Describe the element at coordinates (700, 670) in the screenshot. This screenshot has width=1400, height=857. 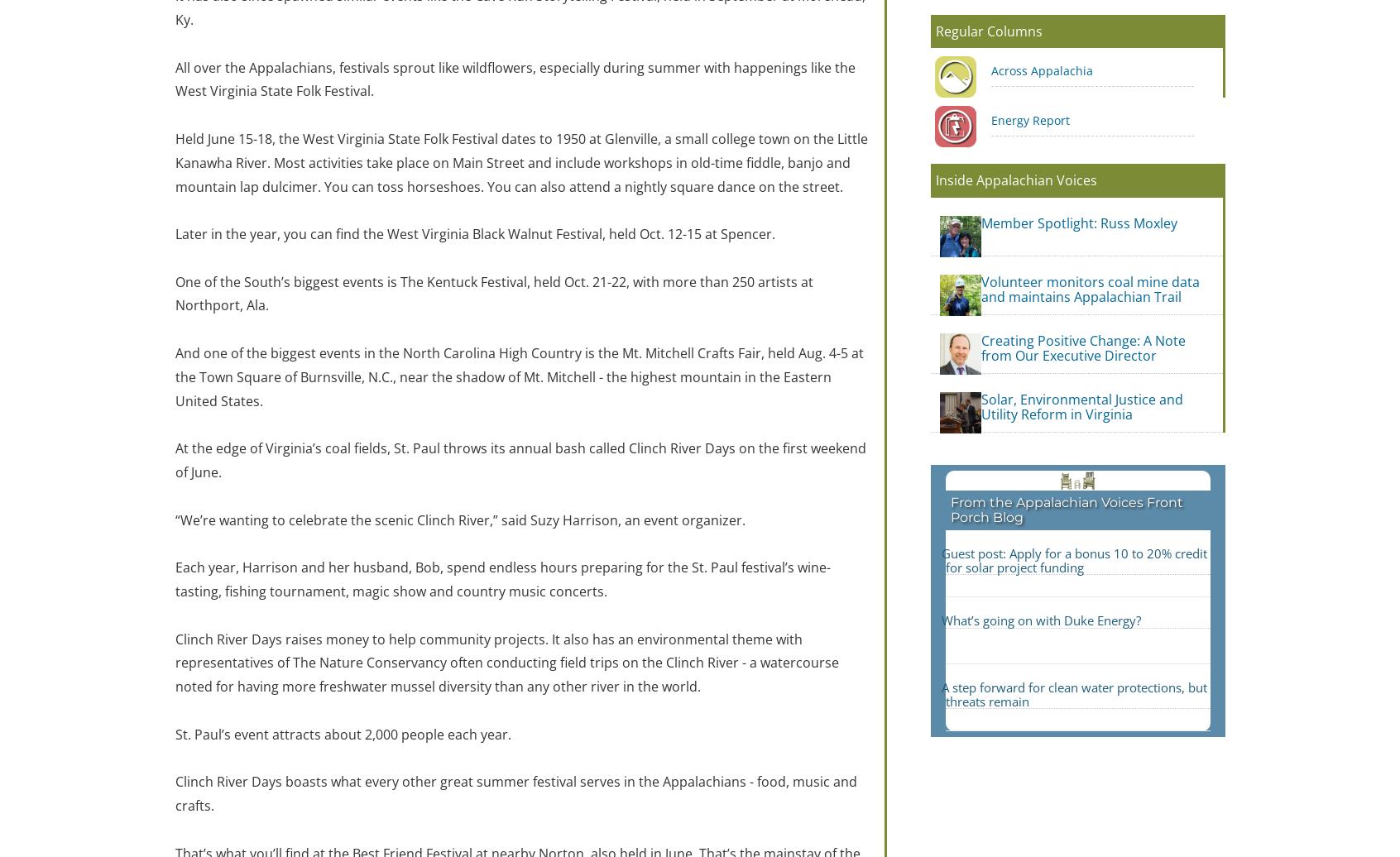
I see `'© 2021 Appalachian Voices'` at that location.